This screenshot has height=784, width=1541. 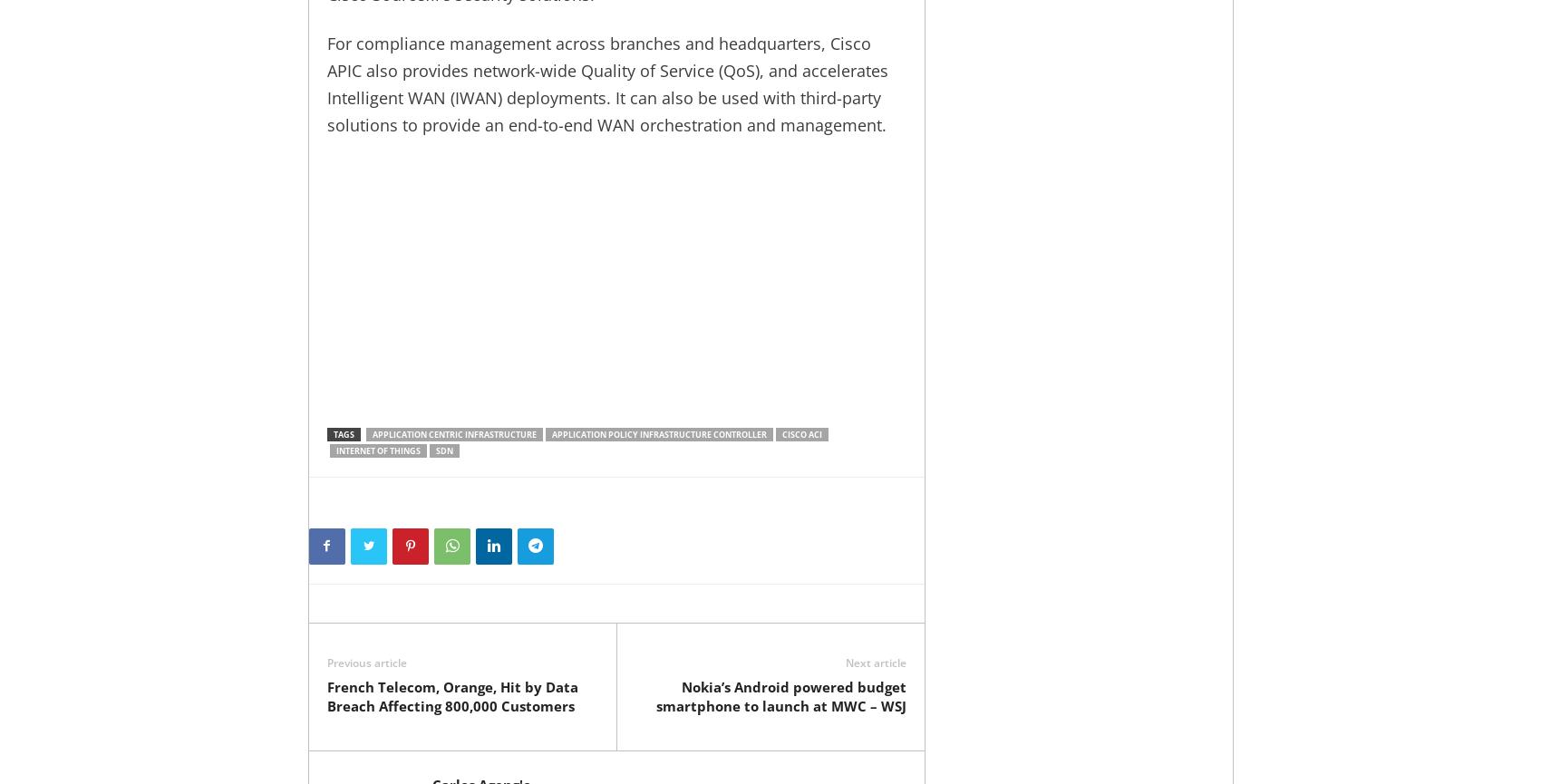 What do you see at coordinates (874, 662) in the screenshot?
I see `'Next article'` at bounding box center [874, 662].